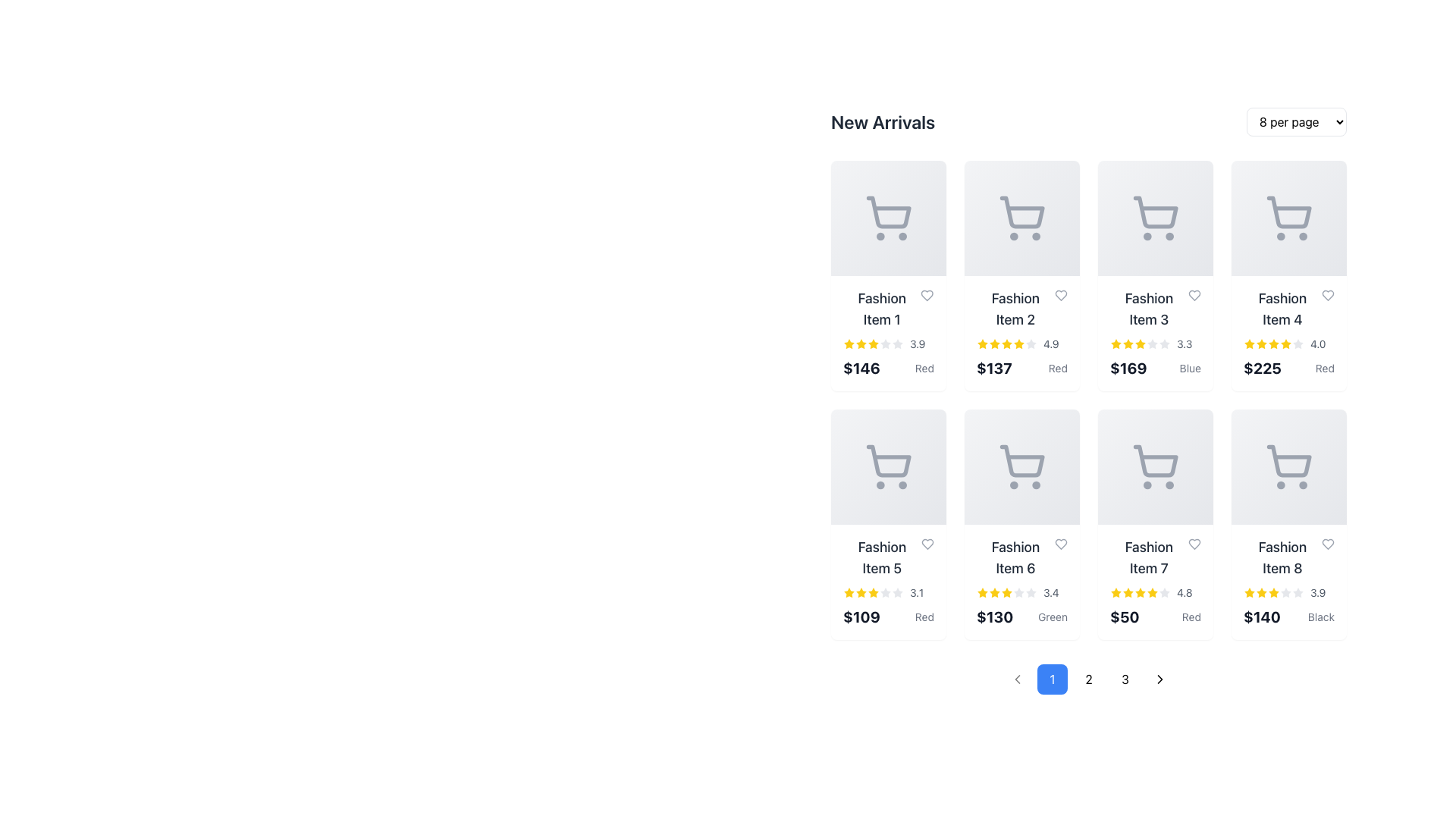 Image resolution: width=1456 pixels, height=819 pixels. Describe the element at coordinates (861, 591) in the screenshot. I see `the second golden-yellow star icon in the rating system displayed under the product listing card for 'Fashion Item 5'` at that location.